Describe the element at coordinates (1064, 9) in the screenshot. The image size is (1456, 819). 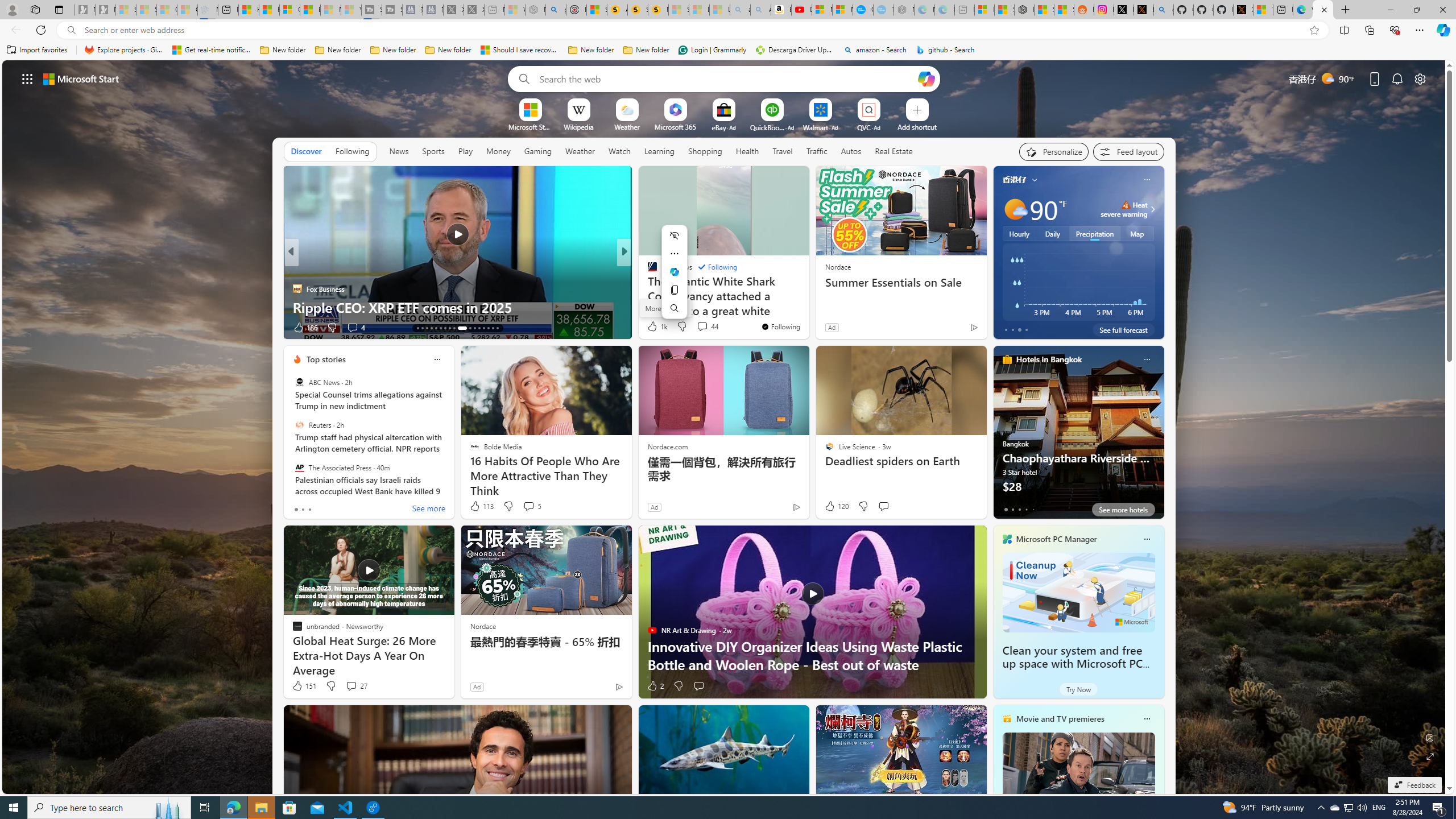
I see `'Shanghai, China Weather trends | Microsoft Weather'` at that location.